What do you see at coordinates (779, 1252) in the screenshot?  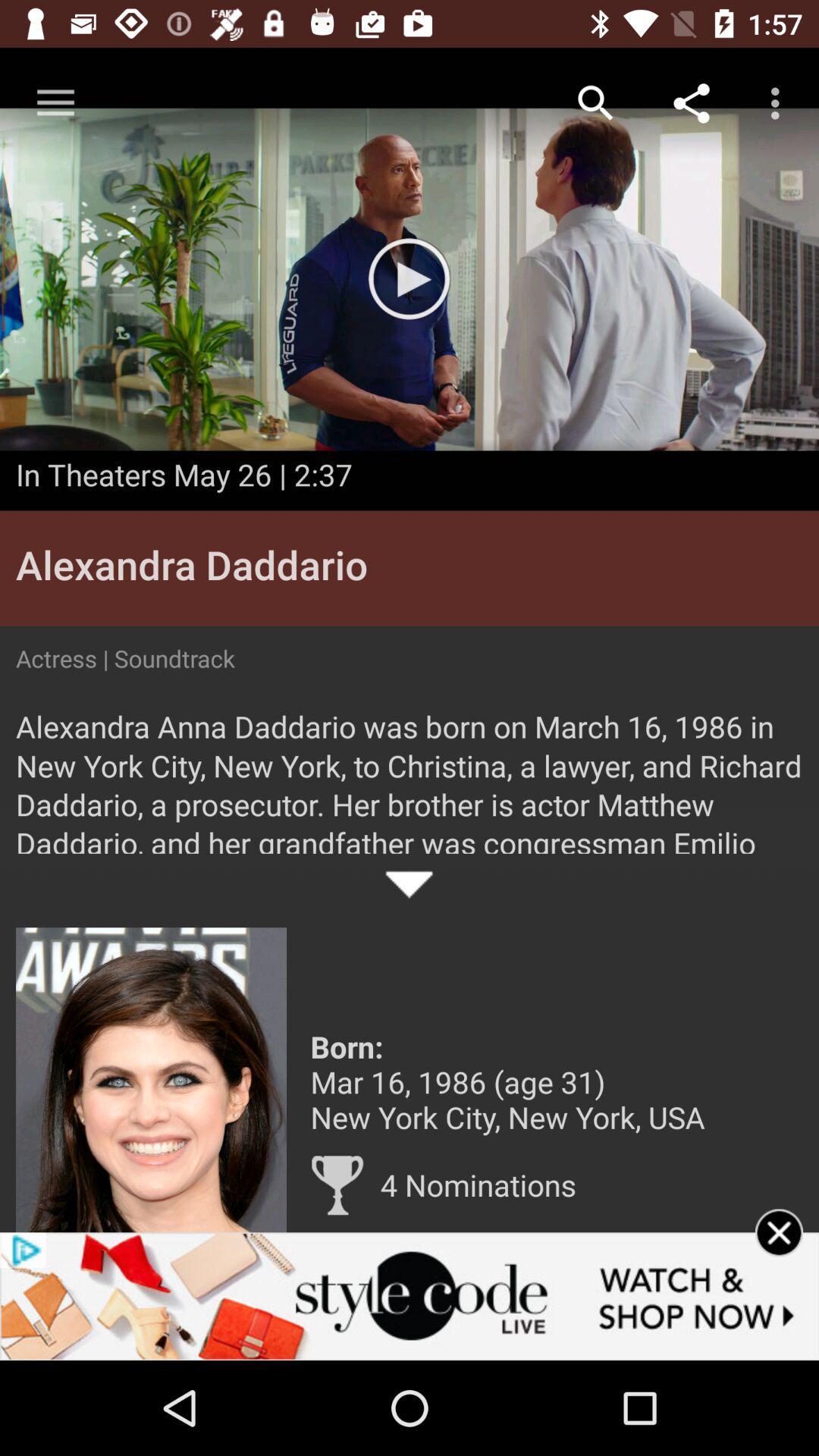 I see `the advertisement popup` at bounding box center [779, 1252].